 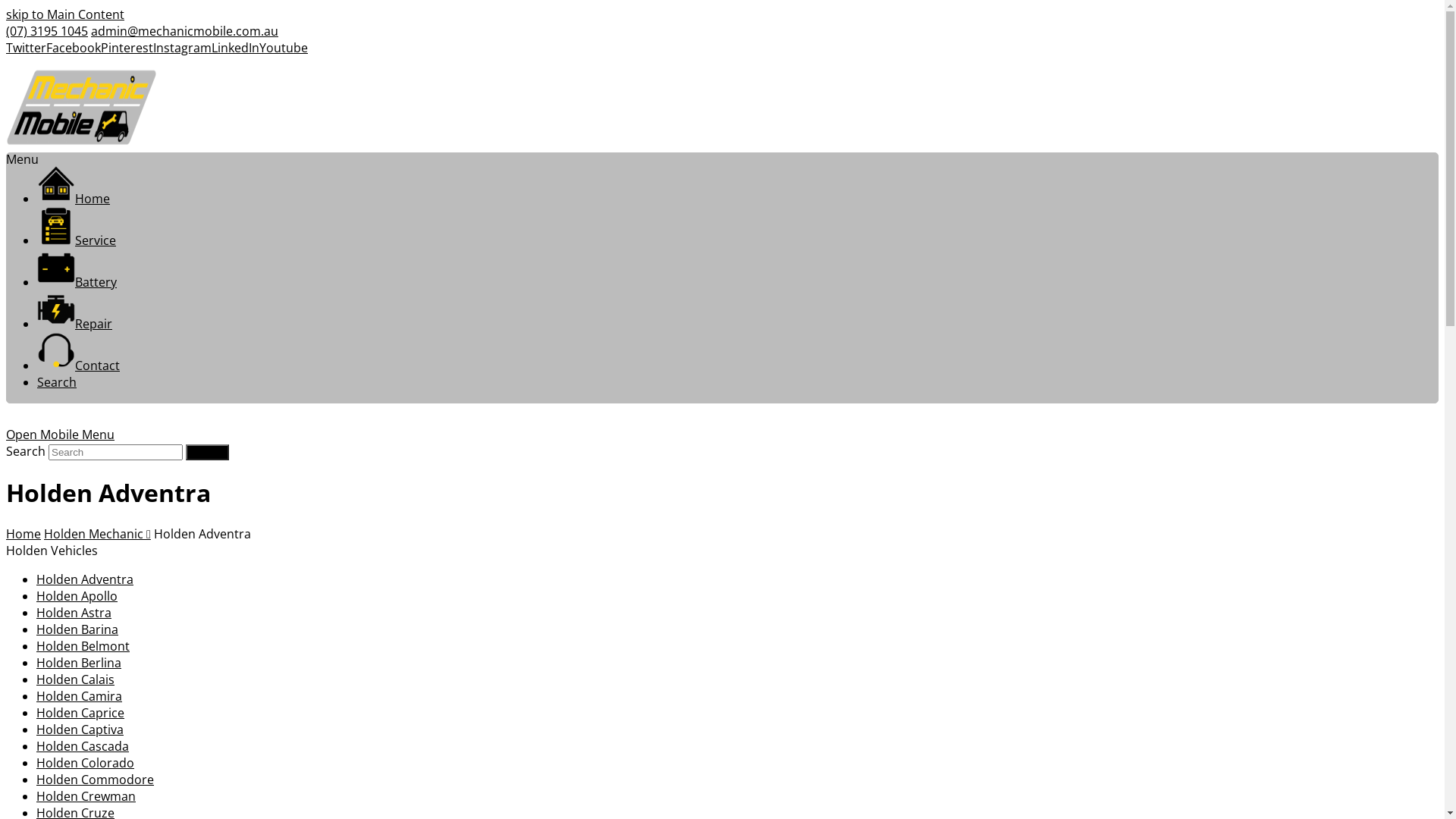 What do you see at coordinates (206, 451) in the screenshot?
I see `'Submit'` at bounding box center [206, 451].